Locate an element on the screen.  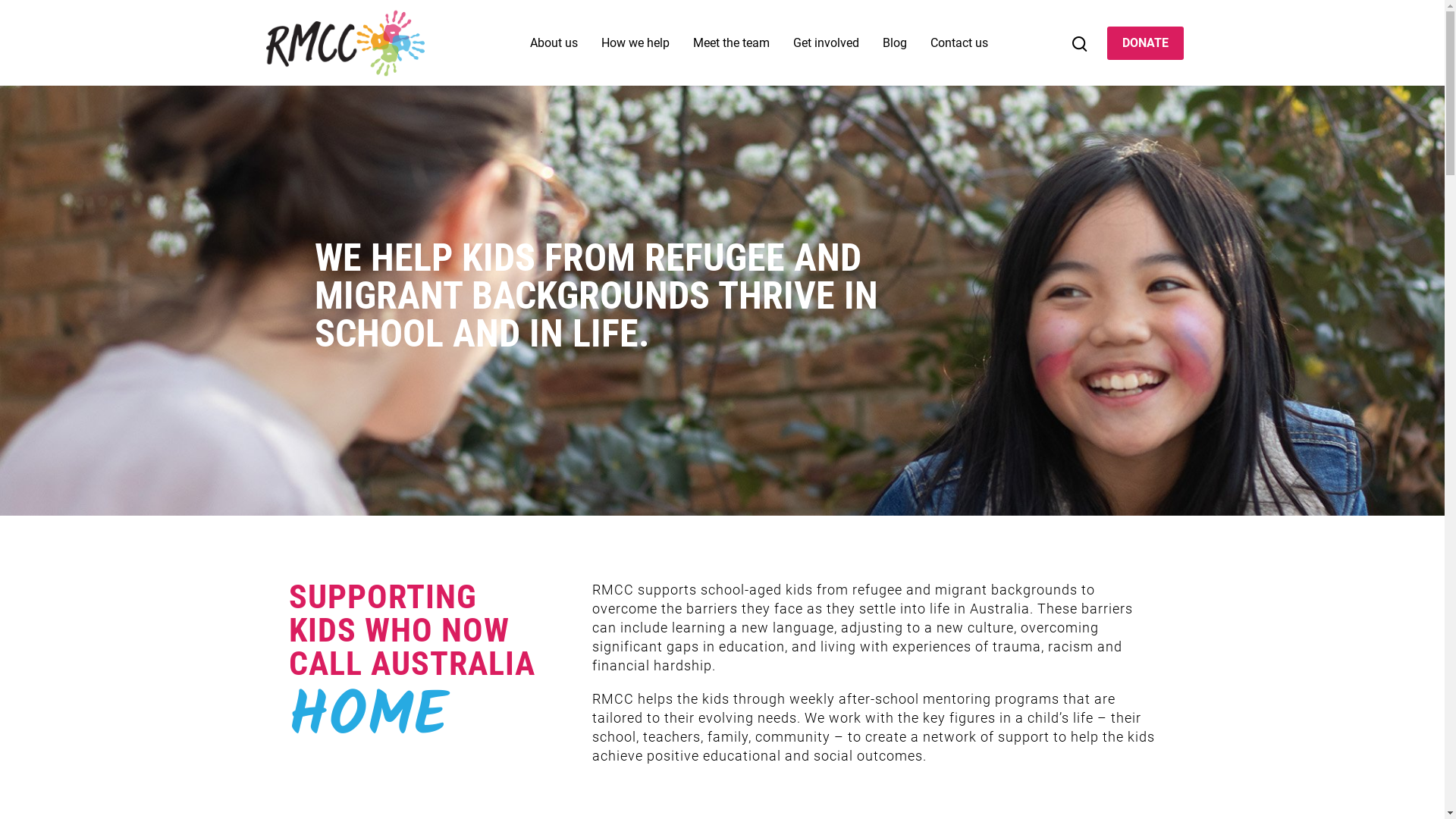
'About us' is located at coordinates (552, 49).